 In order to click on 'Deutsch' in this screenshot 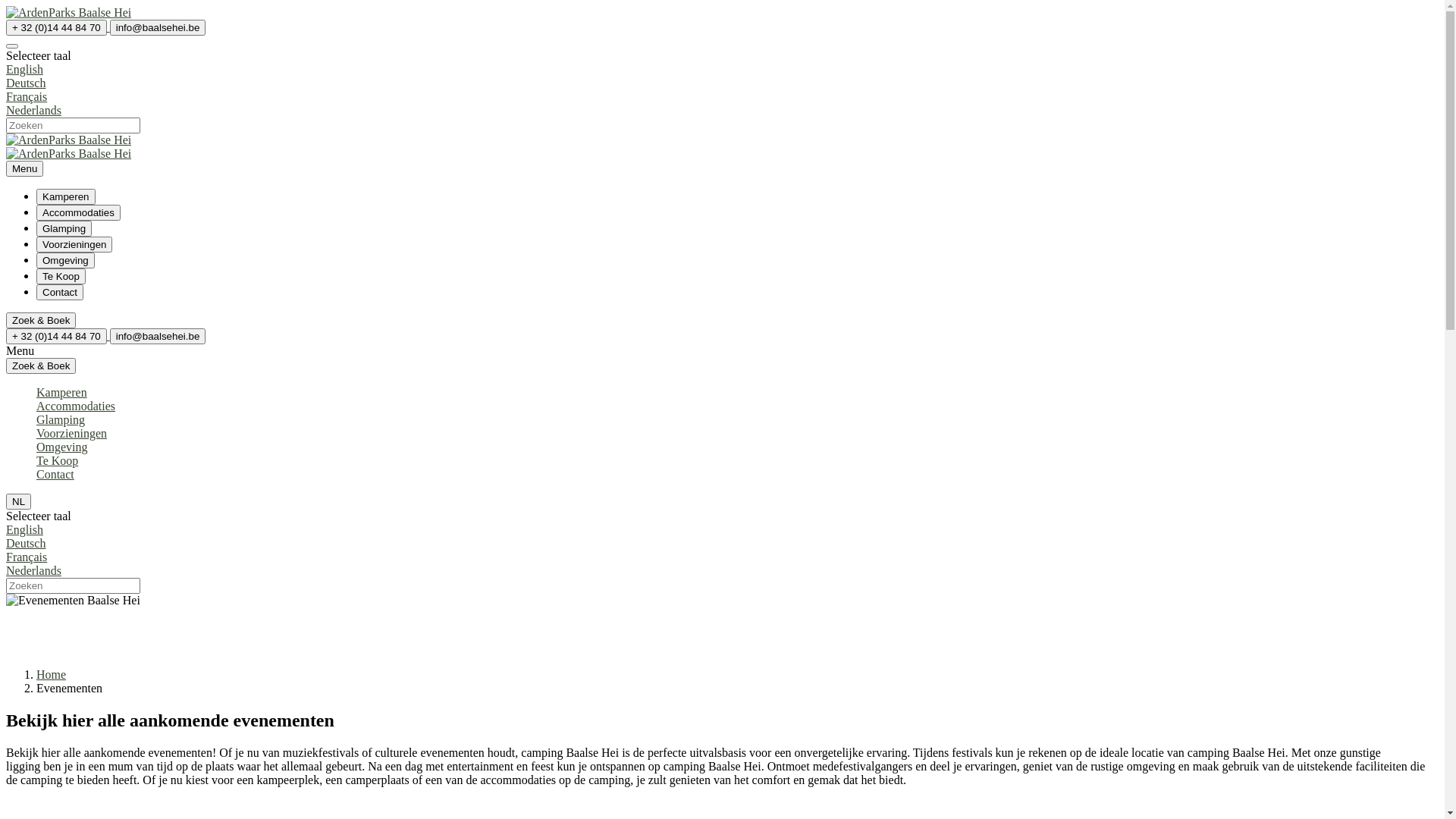, I will do `click(721, 89)`.